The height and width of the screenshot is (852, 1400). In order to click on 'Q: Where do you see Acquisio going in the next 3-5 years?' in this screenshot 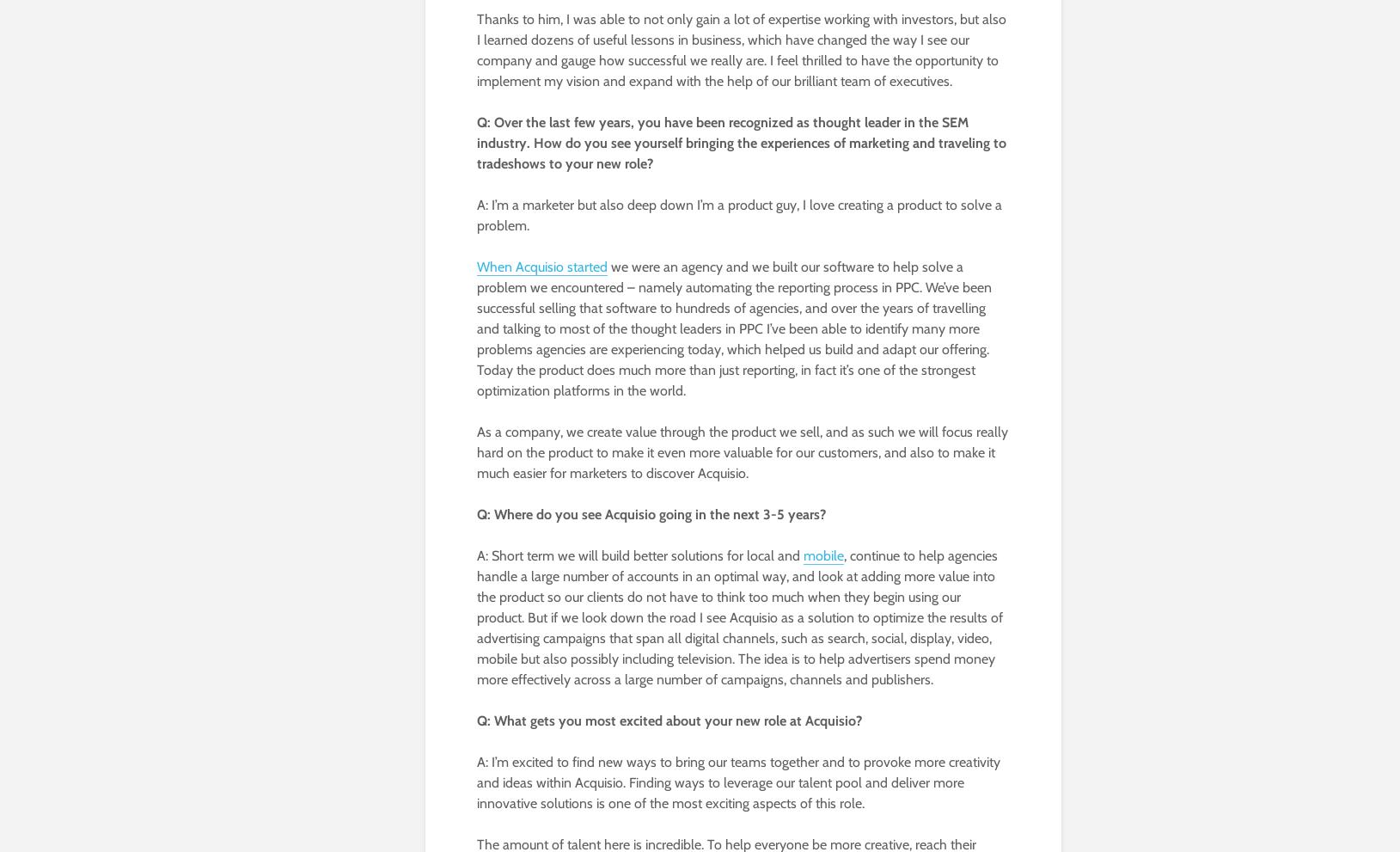, I will do `click(476, 514)`.